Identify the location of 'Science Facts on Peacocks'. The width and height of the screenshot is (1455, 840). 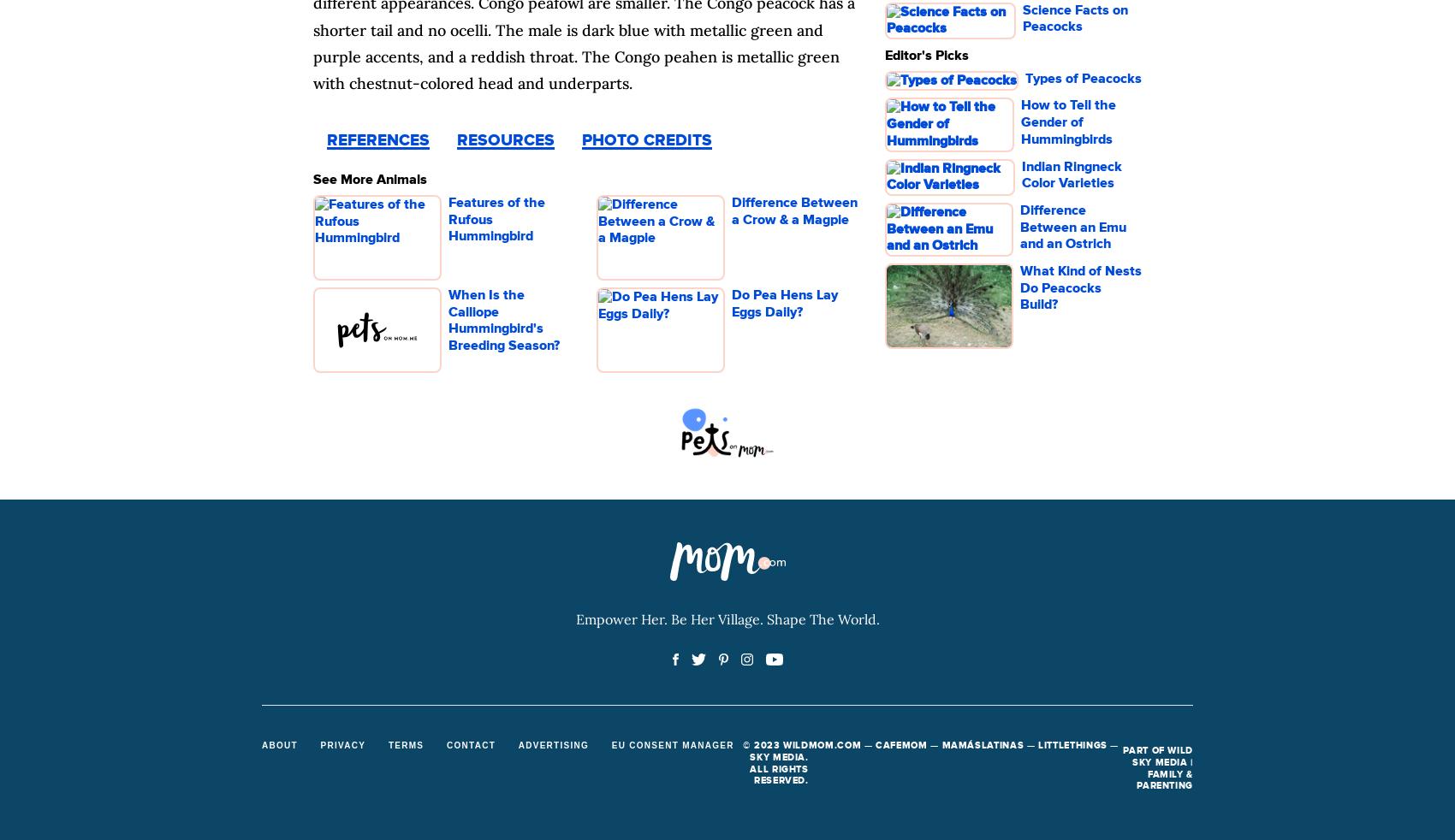
(1074, 17).